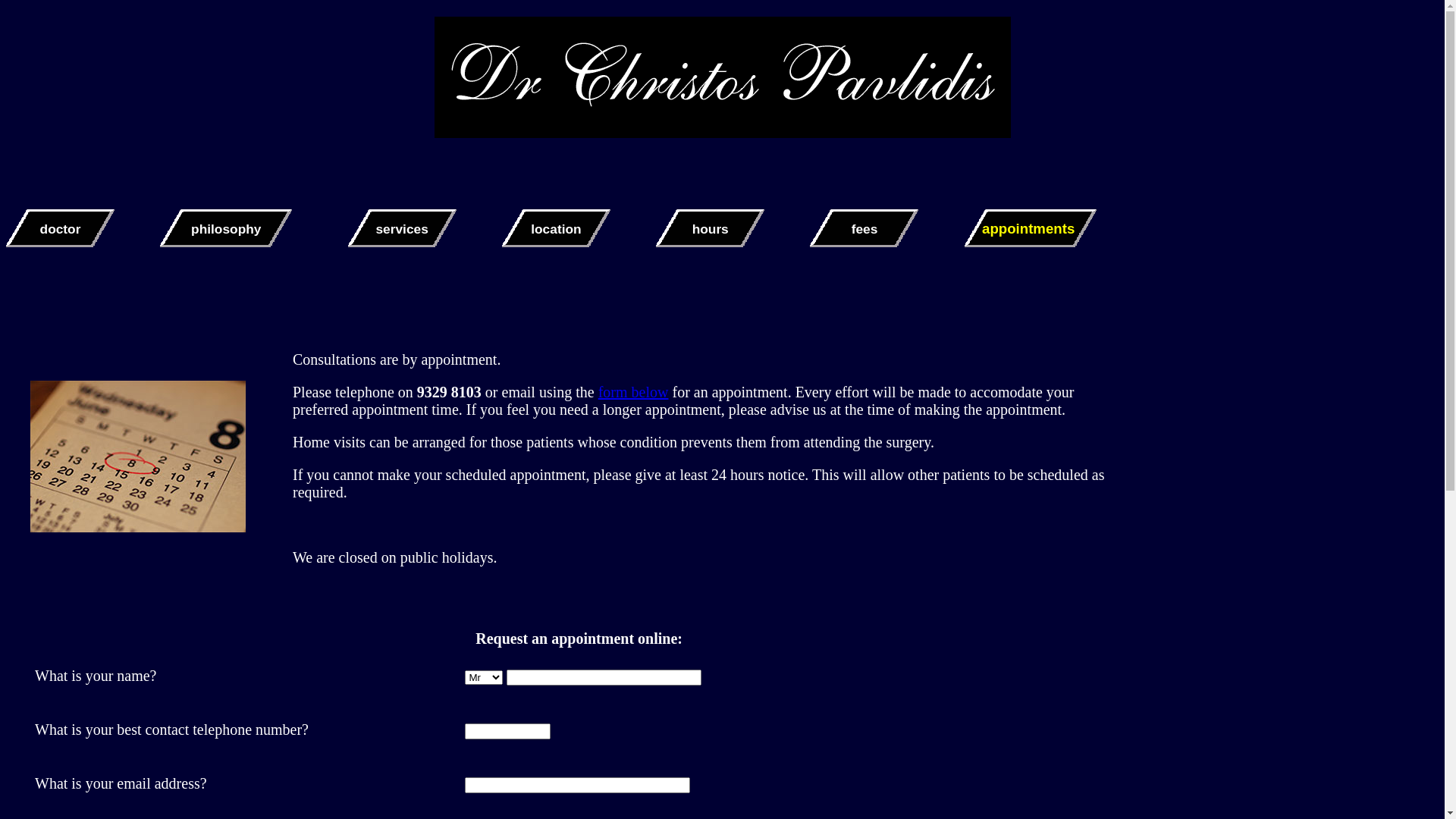  Describe the element at coordinates (555, 228) in the screenshot. I see `'location'` at that location.